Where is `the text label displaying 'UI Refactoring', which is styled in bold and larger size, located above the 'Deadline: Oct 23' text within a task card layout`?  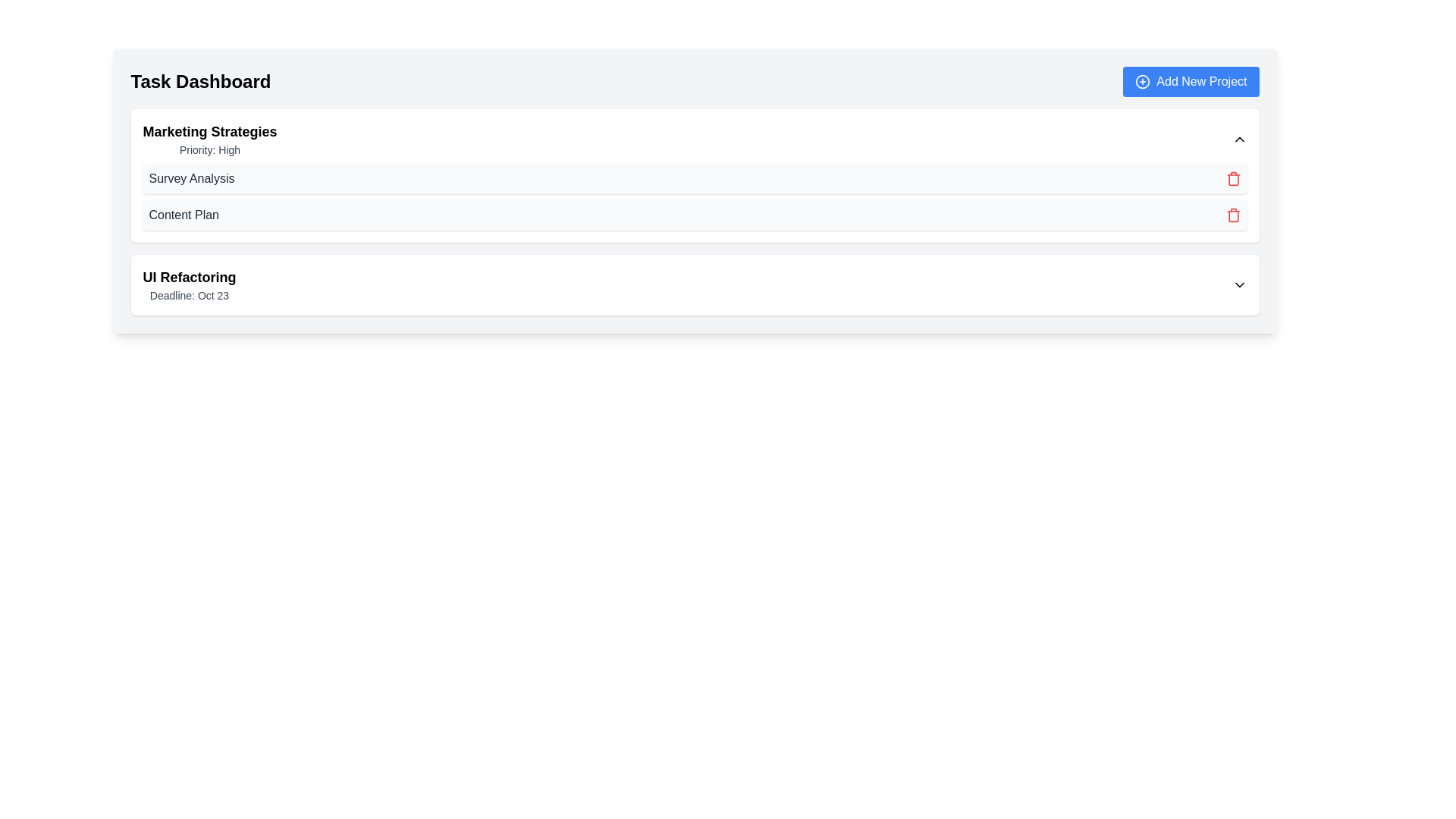 the text label displaying 'UI Refactoring', which is styled in bold and larger size, located above the 'Deadline: Oct 23' text within a task card layout is located at coordinates (188, 278).